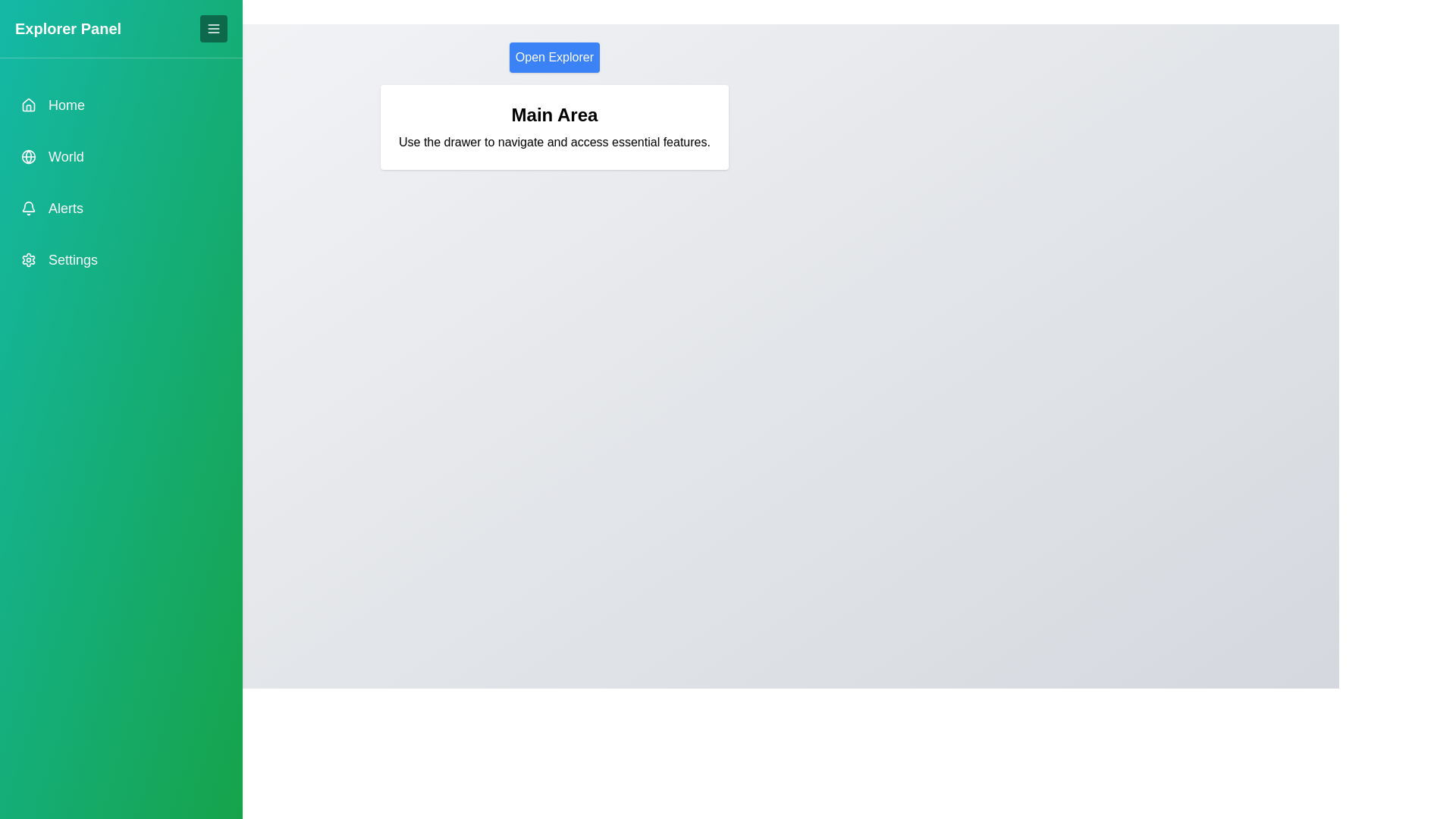 The width and height of the screenshot is (1456, 819). Describe the element at coordinates (120, 259) in the screenshot. I see `the menu item Settings in the drawer to navigate to the corresponding section` at that location.